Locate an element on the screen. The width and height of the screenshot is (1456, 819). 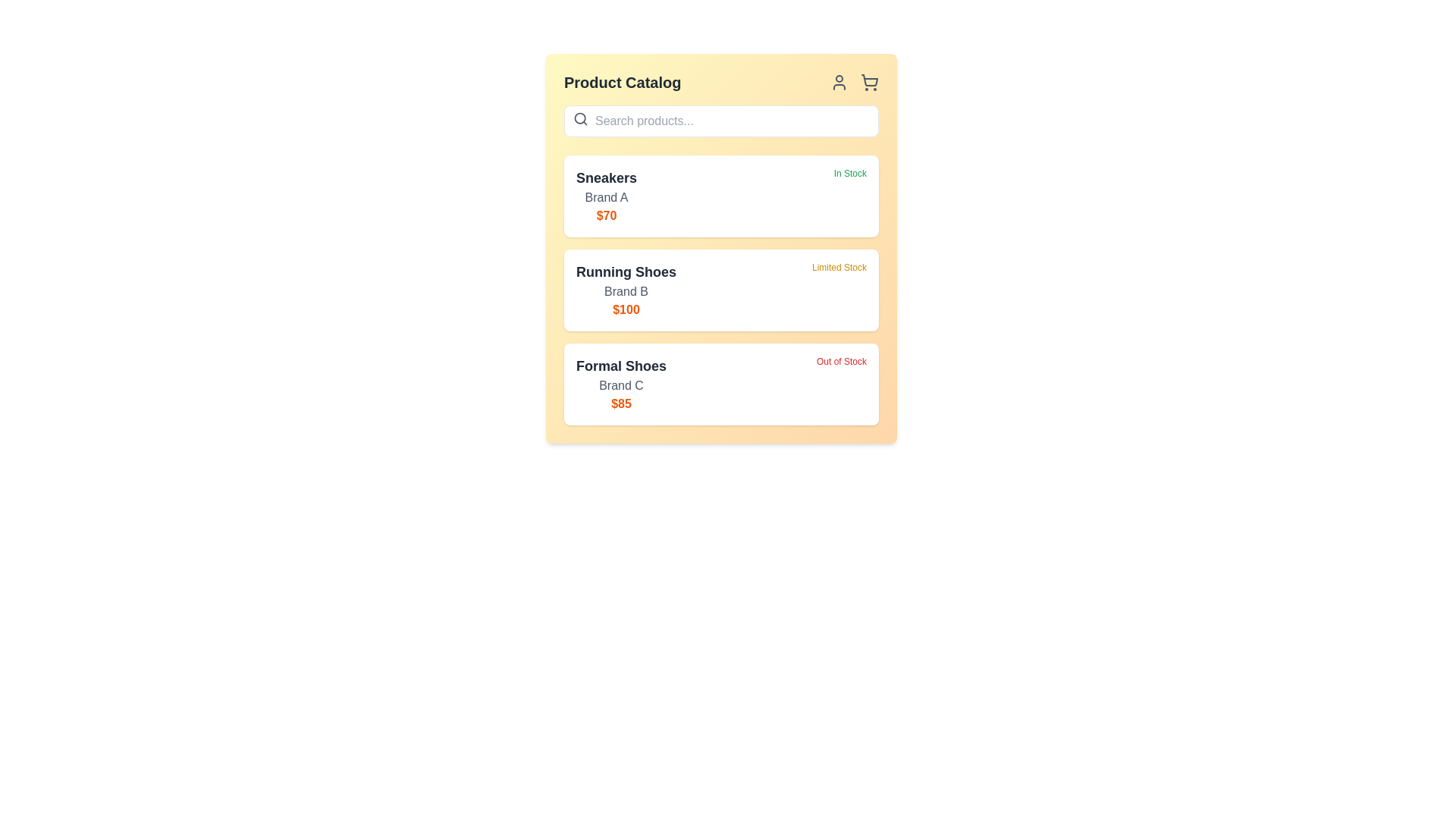
the 'Running Shoes' informational section is located at coordinates (720, 290).